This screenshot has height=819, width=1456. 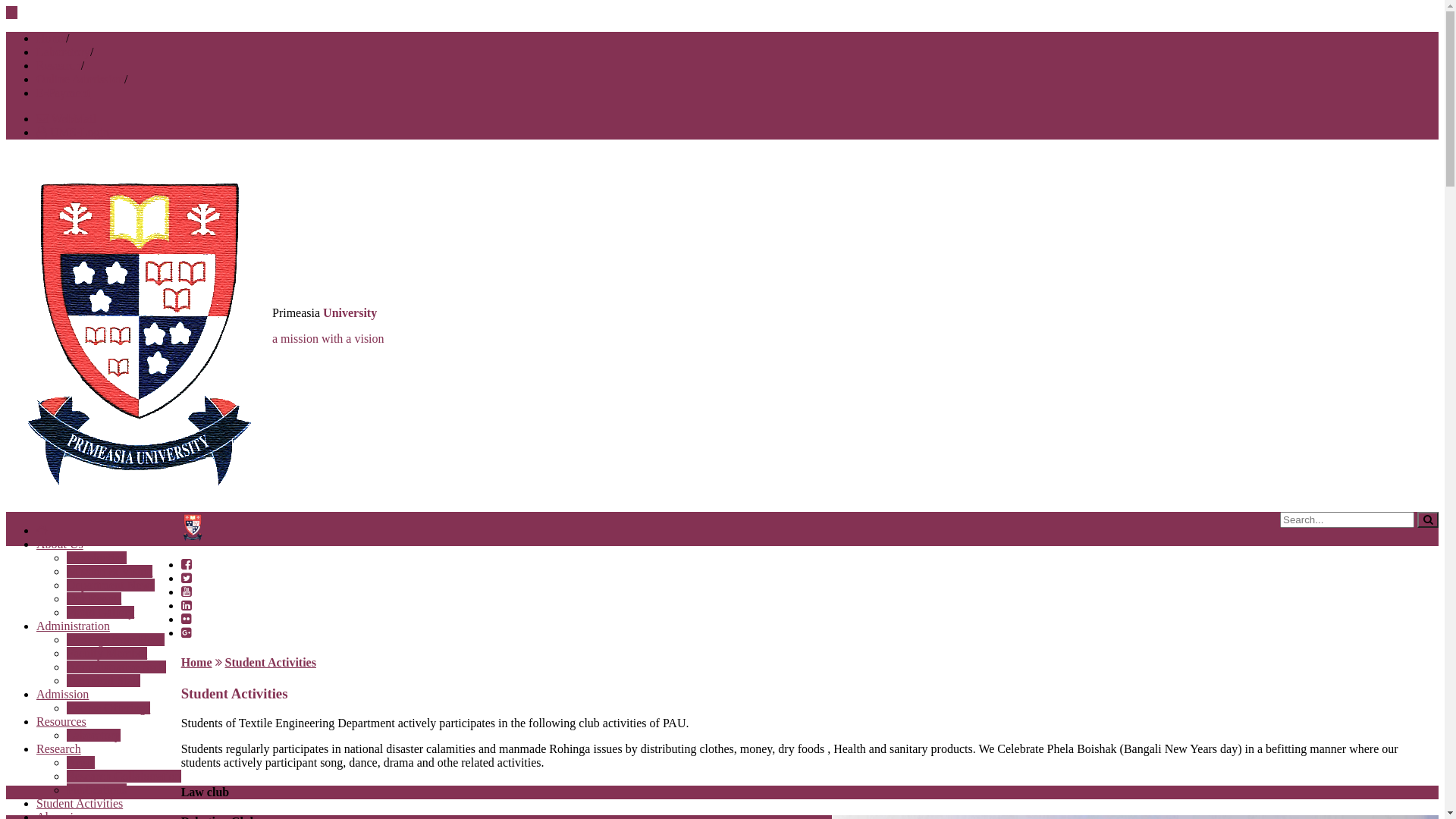 What do you see at coordinates (99, 611) in the screenshot?
I see `'Photo Gallery'` at bounding box center [99, 611].